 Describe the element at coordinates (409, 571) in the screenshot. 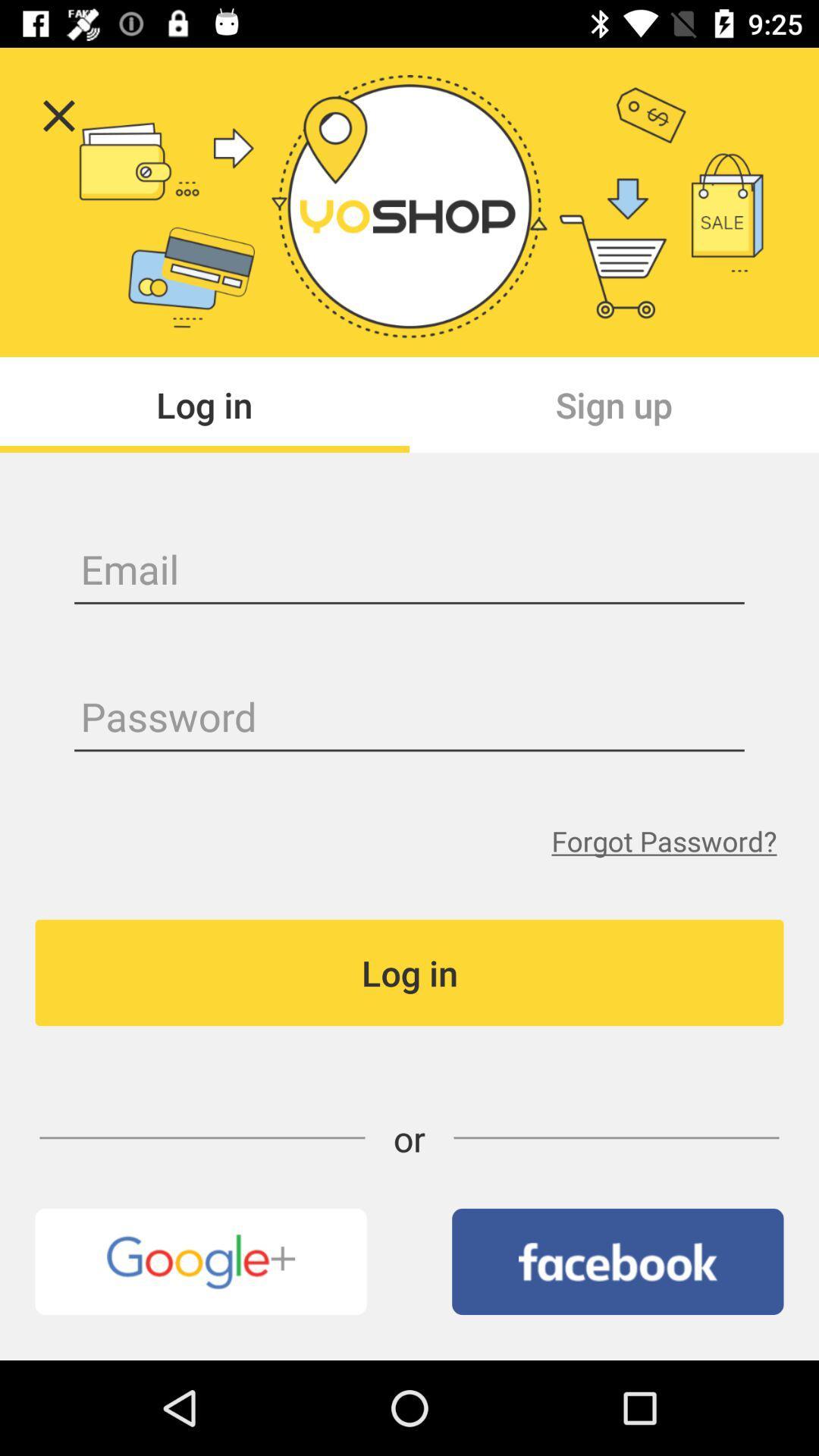

I see `put your email` at that location.